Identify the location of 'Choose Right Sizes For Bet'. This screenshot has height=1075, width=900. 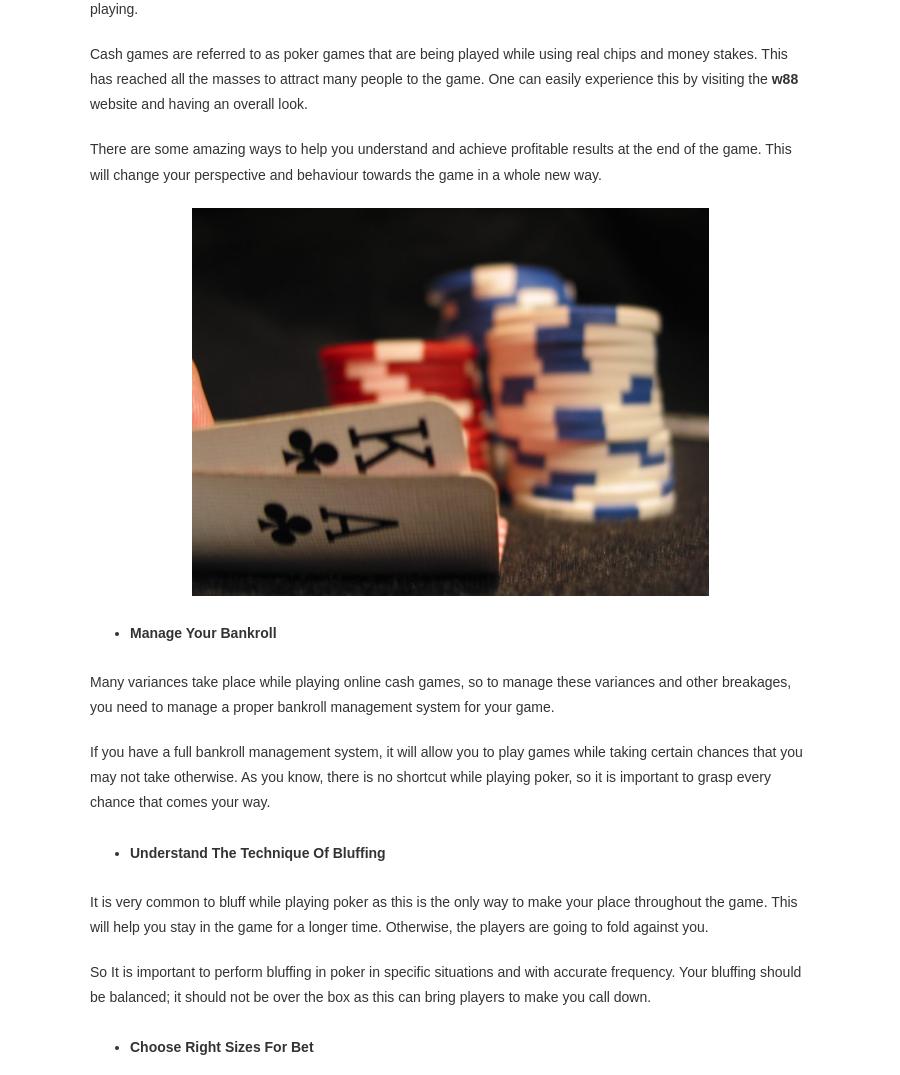
(221, 1045).